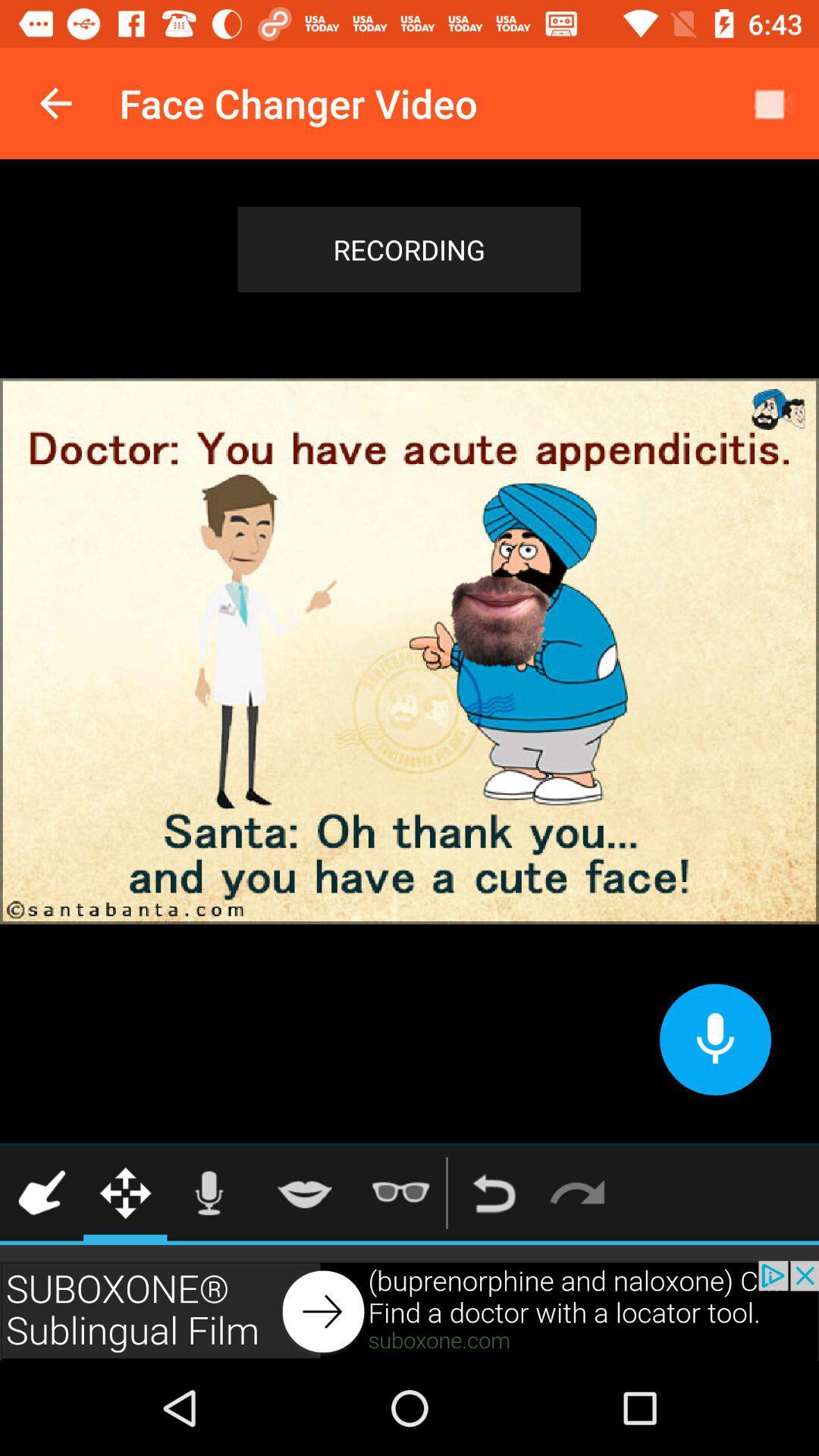  I want to click on the redo icon, so click(577, 1192).